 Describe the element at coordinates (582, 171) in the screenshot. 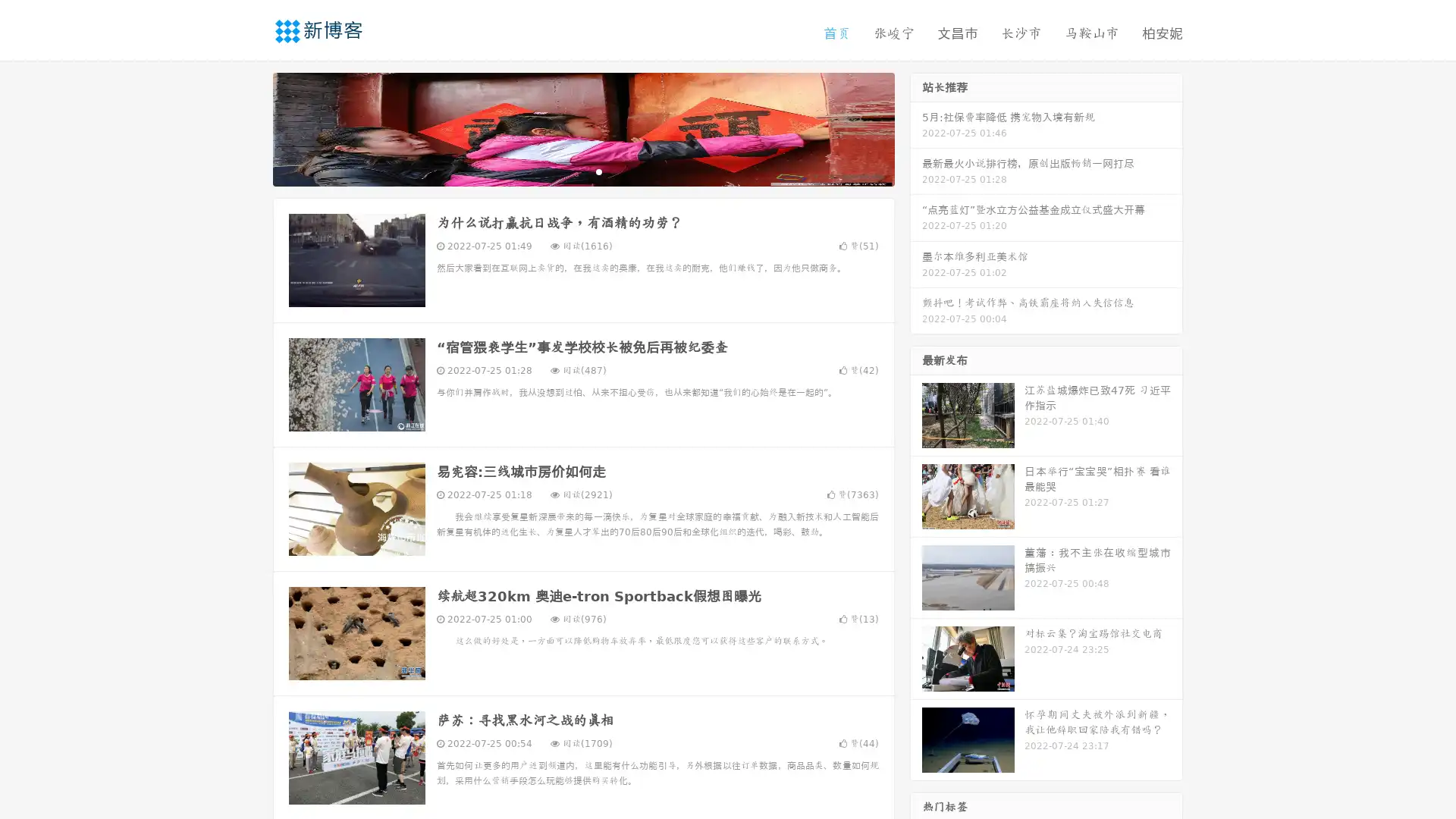

I see `Go to slide 2` at that location.